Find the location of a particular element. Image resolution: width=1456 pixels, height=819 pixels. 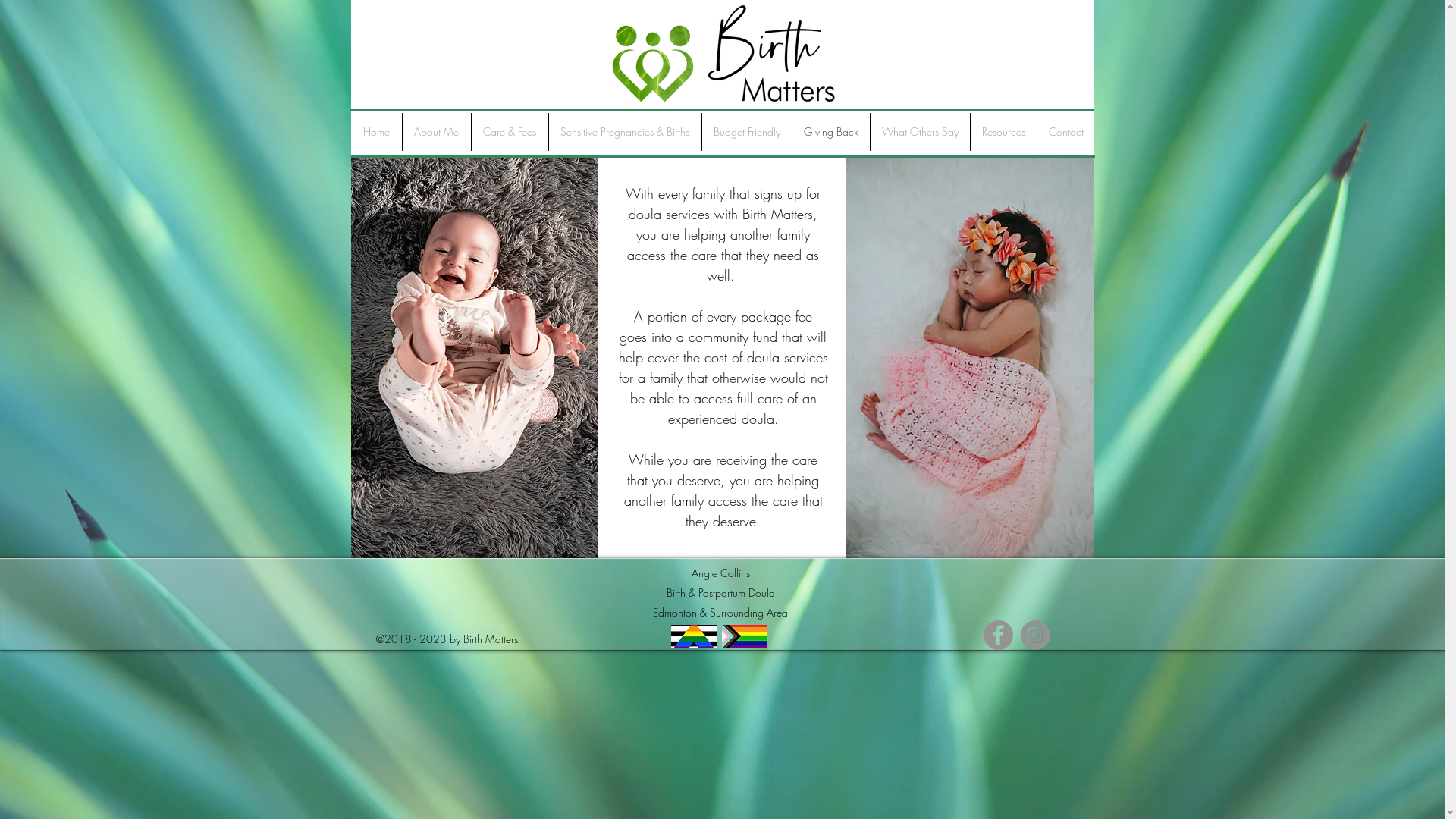

'Sensitive Pregnancies & Births' is located at coordinates (625, 130).